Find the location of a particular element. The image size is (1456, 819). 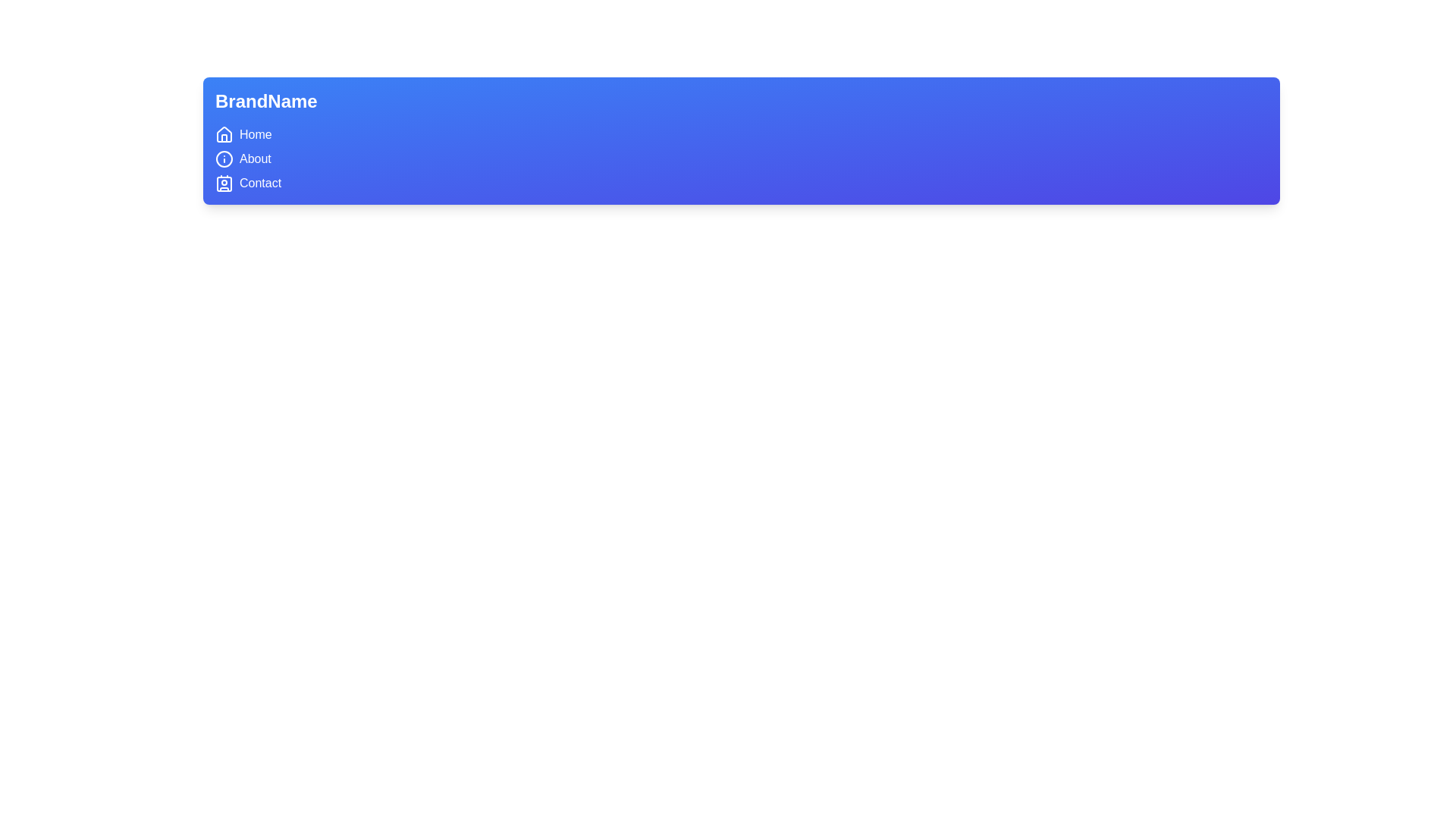

the 'Contact' icon in the sidebar menu, which is the third icon below the 'About' icon and above the 'Contact' text is located at coordinates (224, 183).